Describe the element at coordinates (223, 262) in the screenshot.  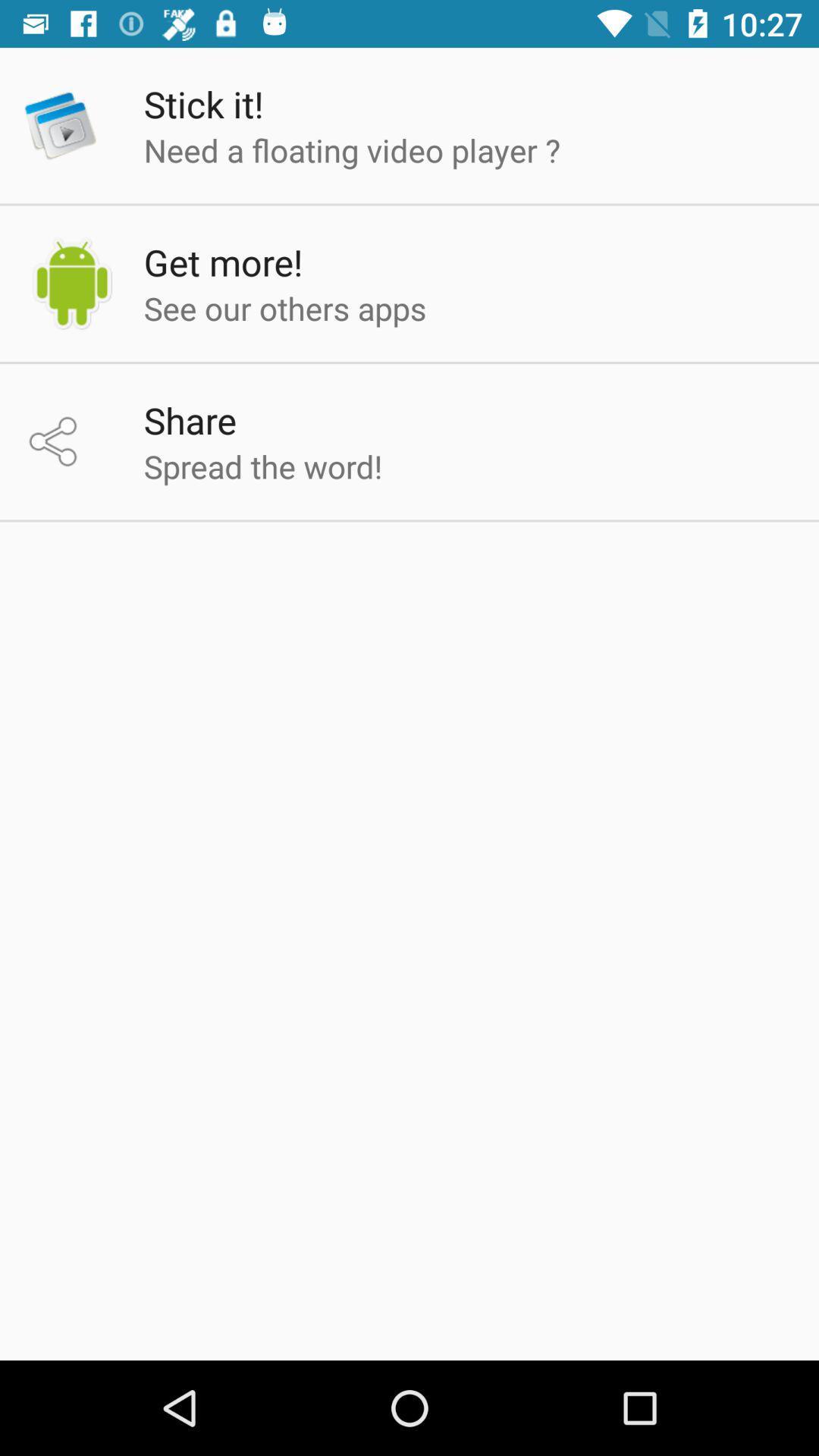
I see `get more! item` at that location.